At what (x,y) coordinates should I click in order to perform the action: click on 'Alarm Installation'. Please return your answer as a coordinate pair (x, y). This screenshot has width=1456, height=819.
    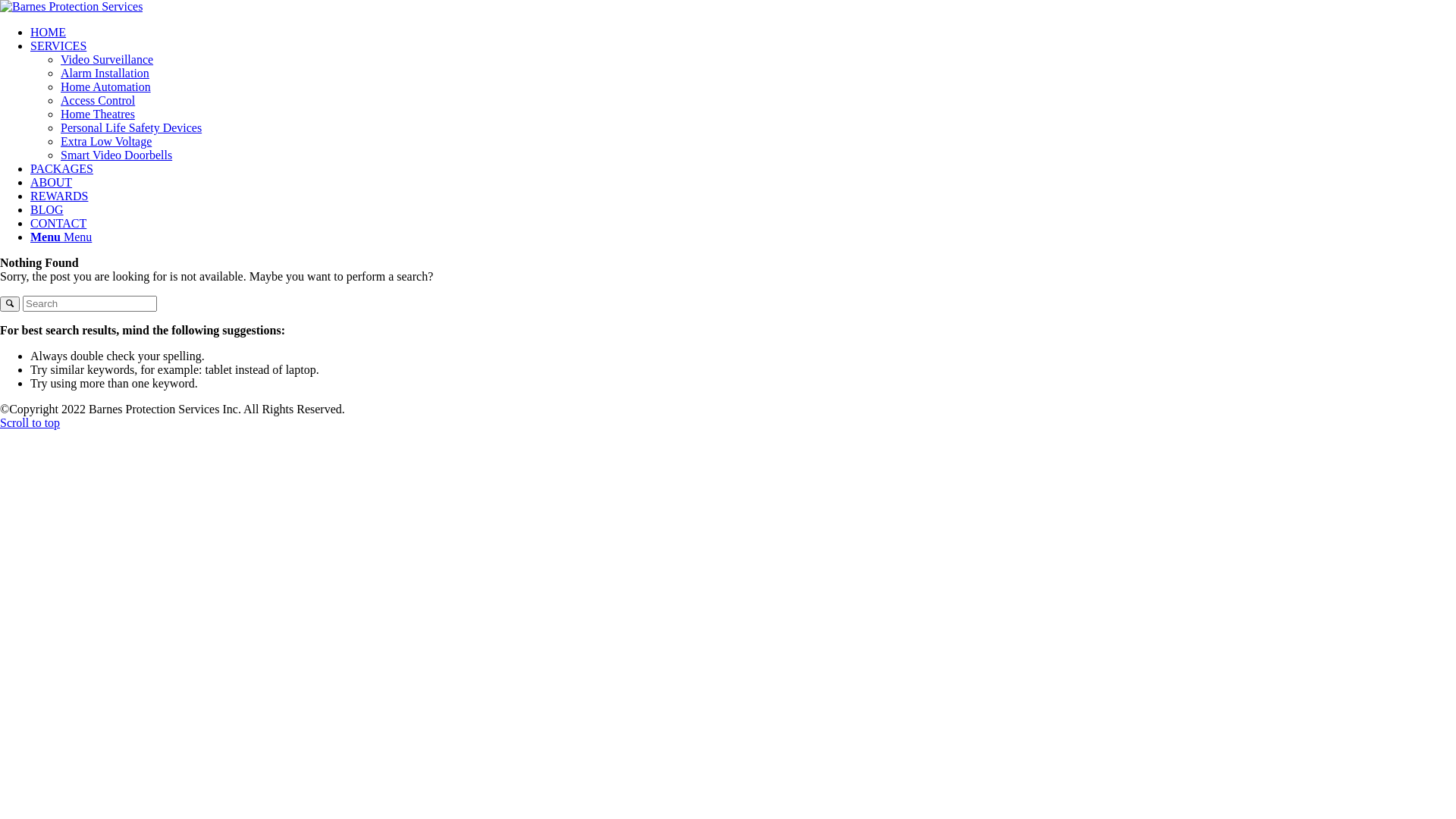
    Looking at the image, I should click on (61, 73).